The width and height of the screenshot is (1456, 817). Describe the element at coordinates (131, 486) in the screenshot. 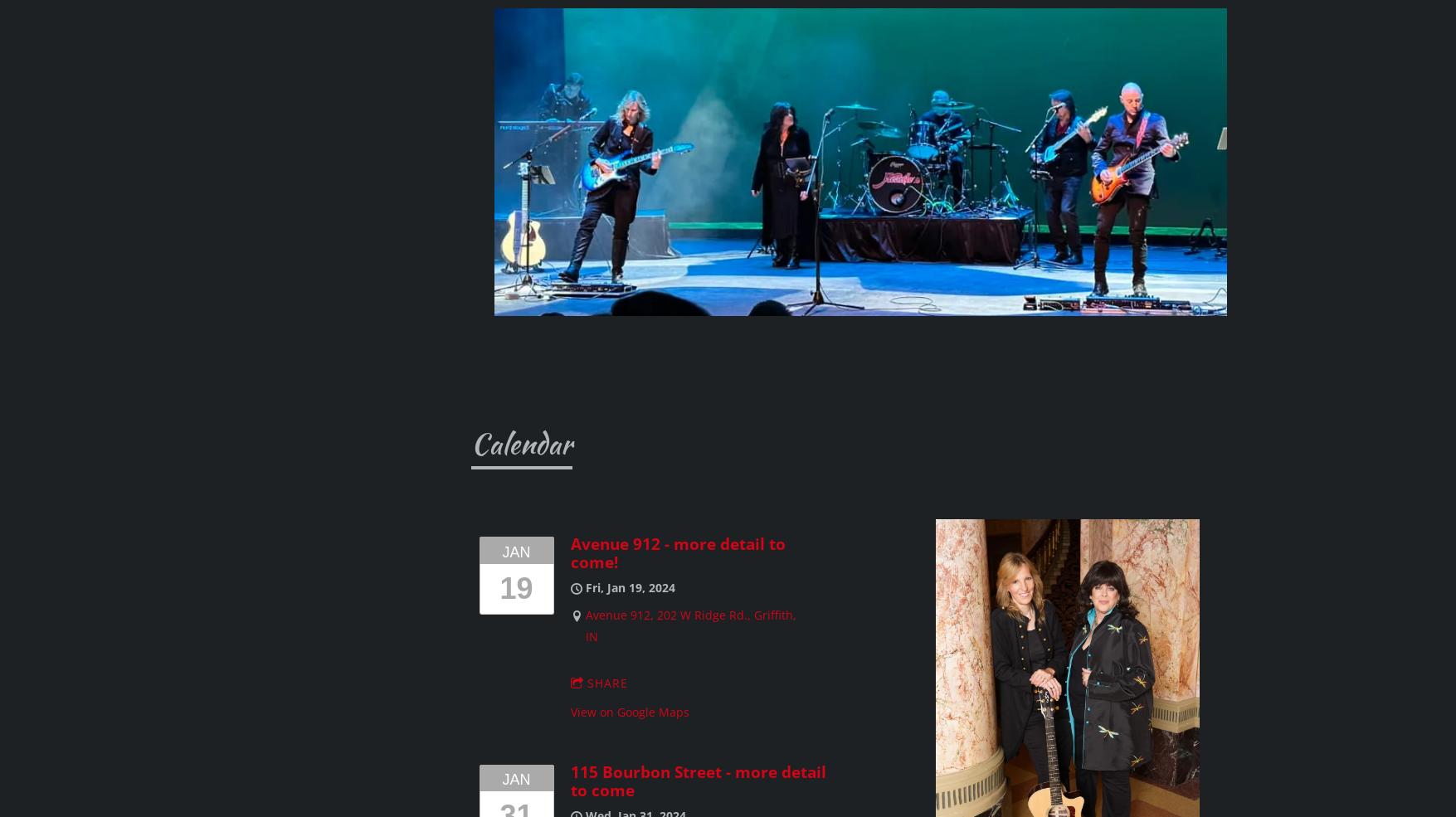

I see `'Song List'` at that location.